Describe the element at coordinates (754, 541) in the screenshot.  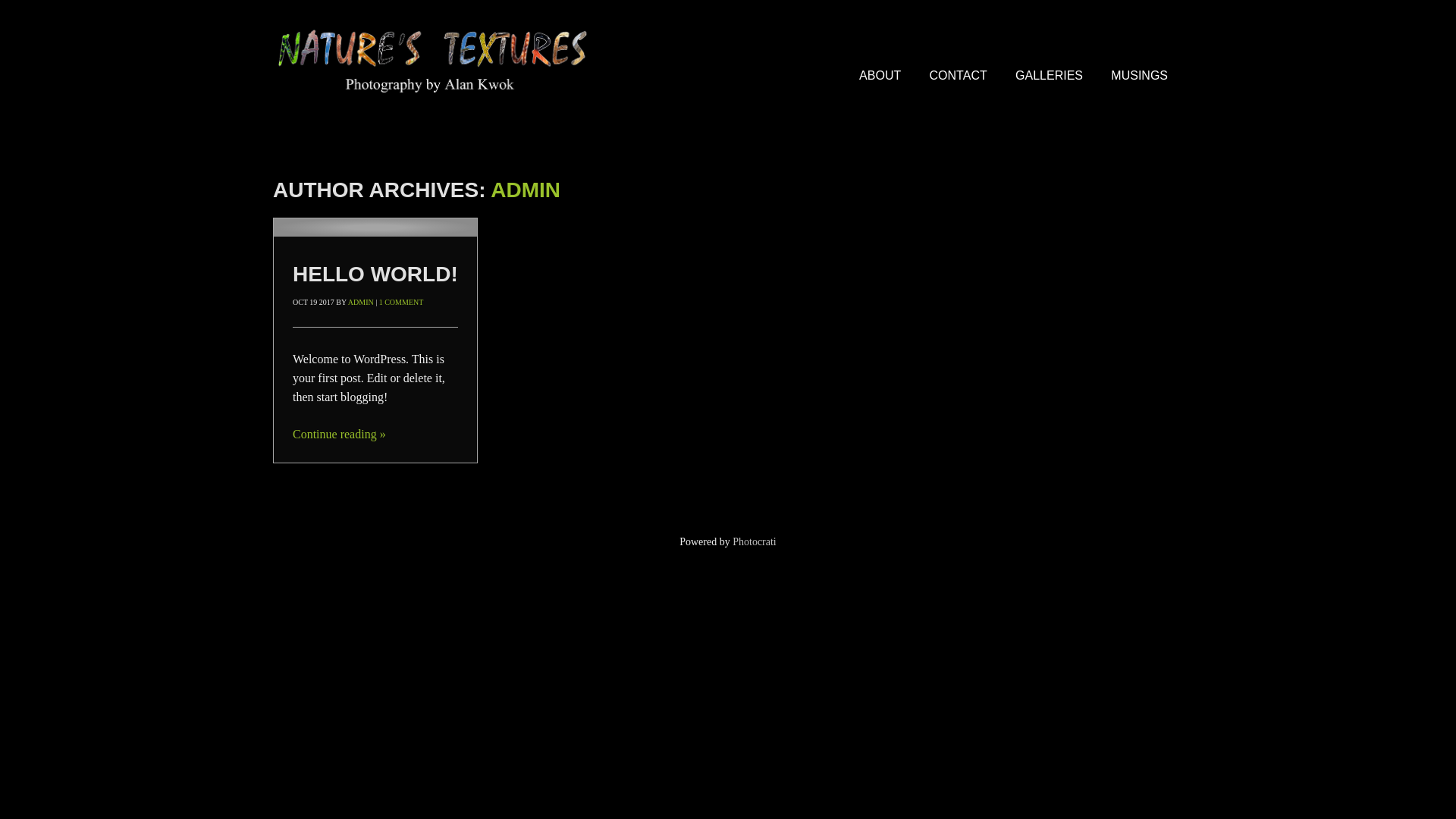
I see `'Photocrati'` at that location.